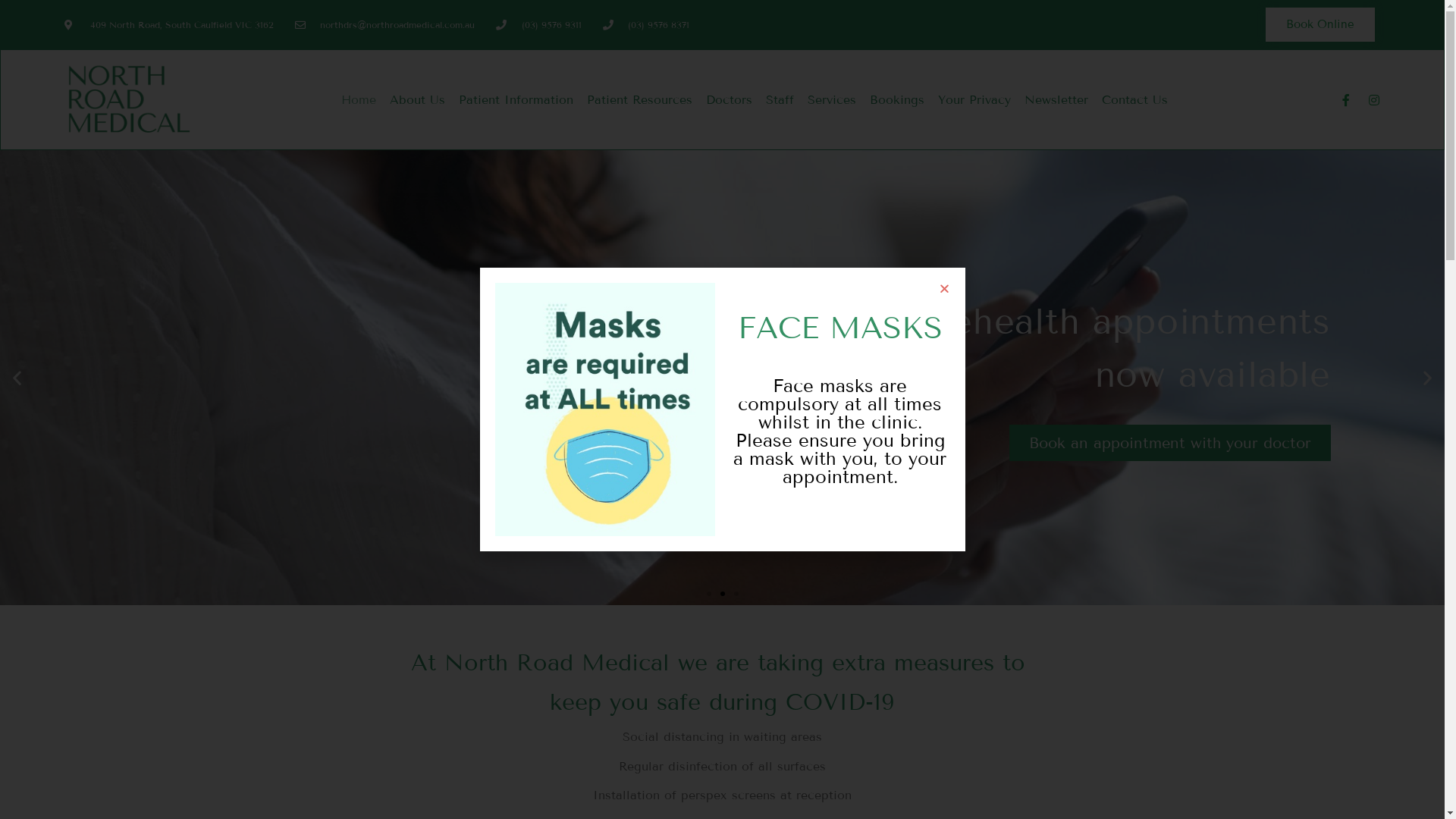 The image size is (1456, 819). Describe the element at coordinates (1134, 99) in the screenshot. I see `'Contact Us'` at that location.